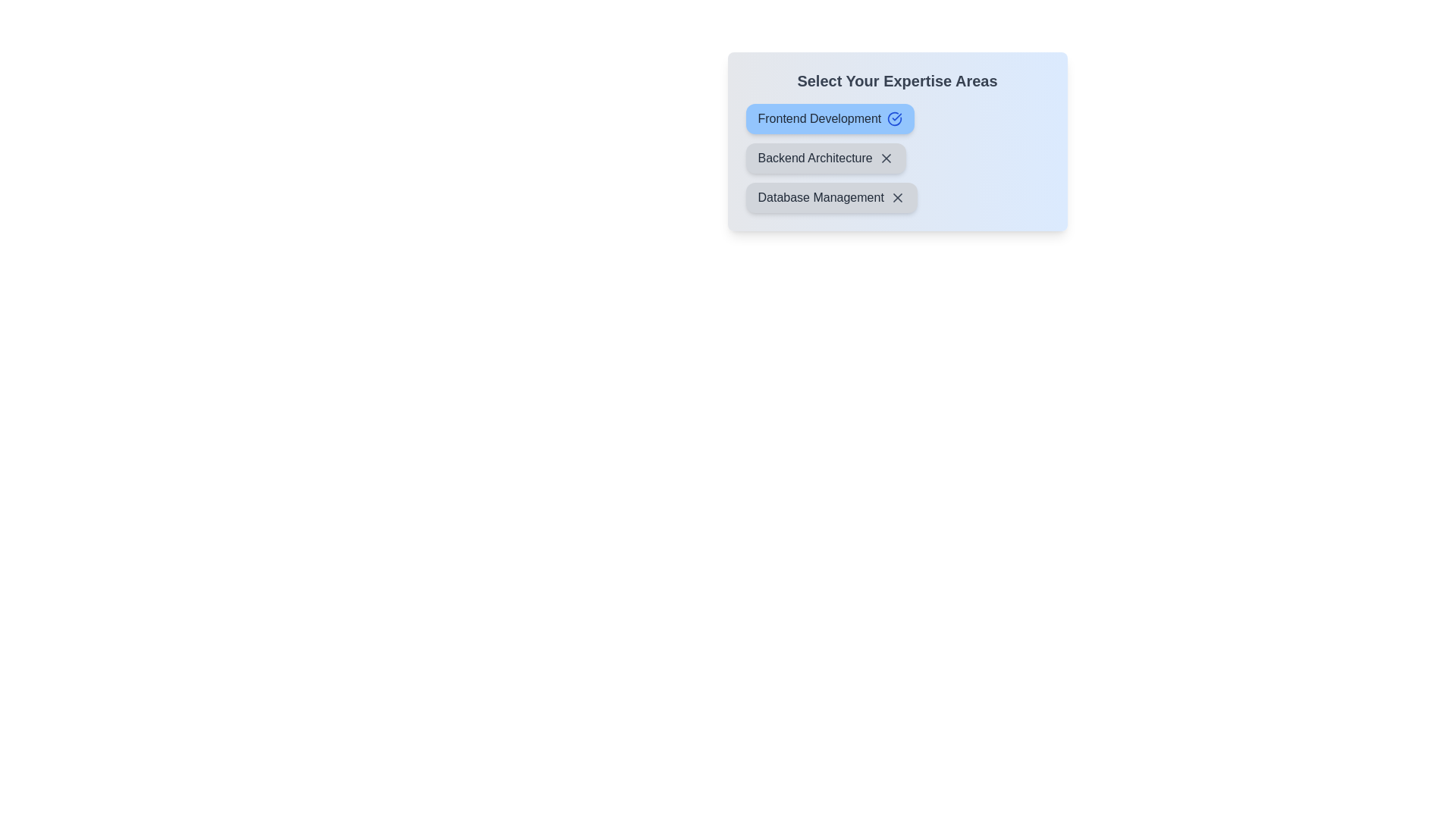 The height and width of the screenshot is (819, 1456). I want to click on the icon of the tag labeled Backend Architecture to toggle its state, so click(886, 158).